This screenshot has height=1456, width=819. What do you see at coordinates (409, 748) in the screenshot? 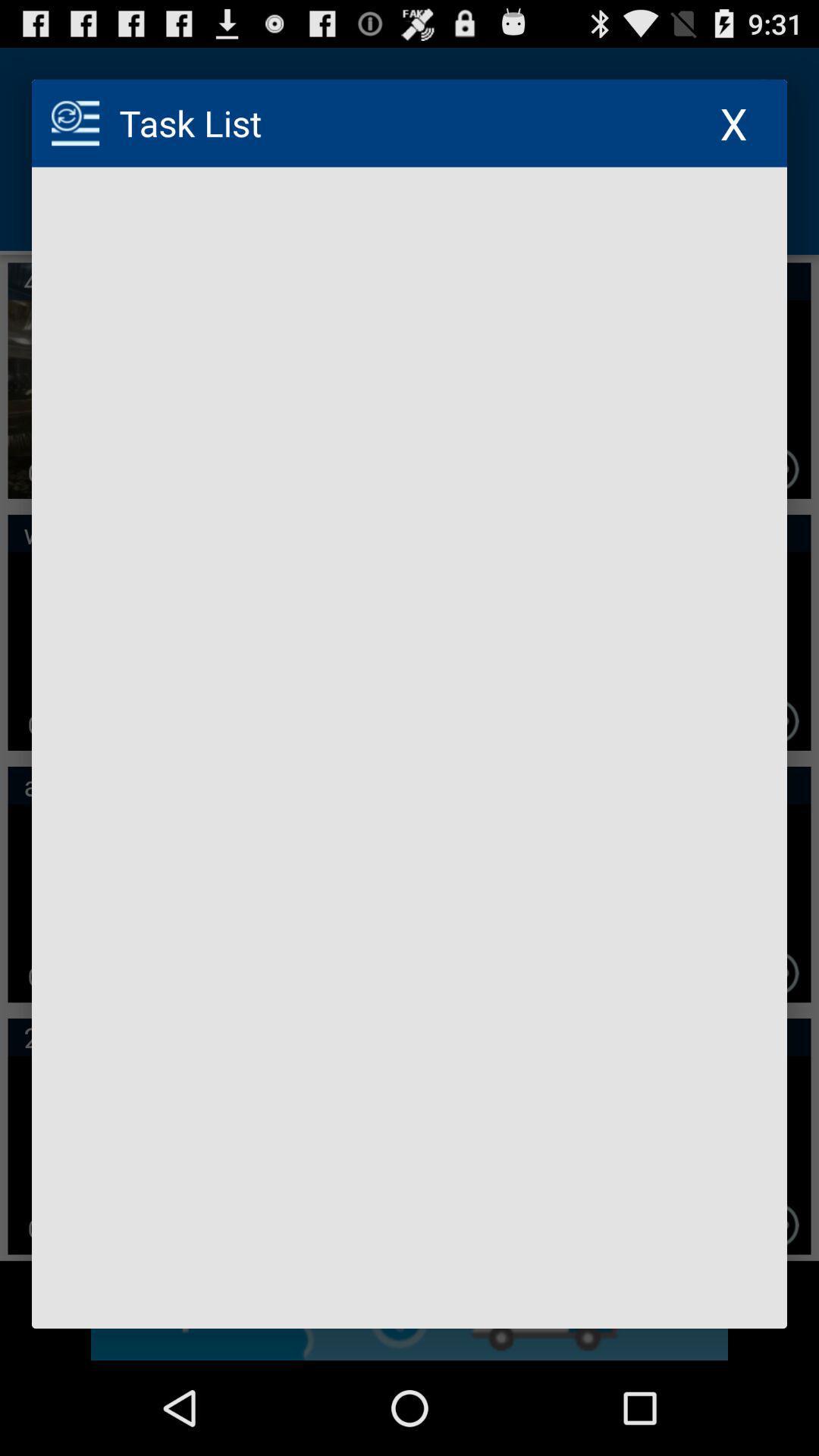
I see `blank page` at bounding box center [409, 748].